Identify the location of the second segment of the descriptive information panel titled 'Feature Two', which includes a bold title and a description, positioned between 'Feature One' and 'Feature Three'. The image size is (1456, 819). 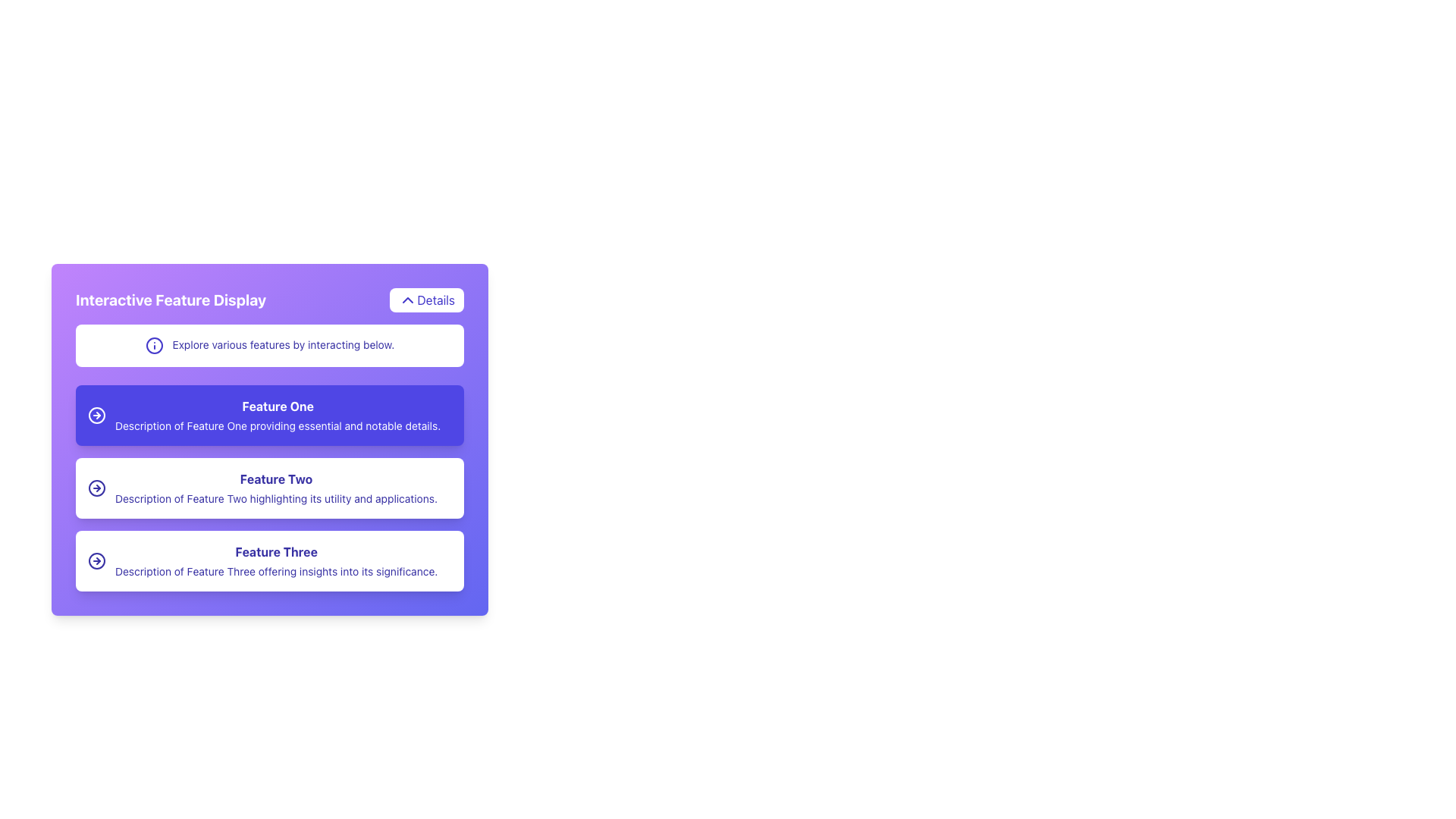
(269, 488).